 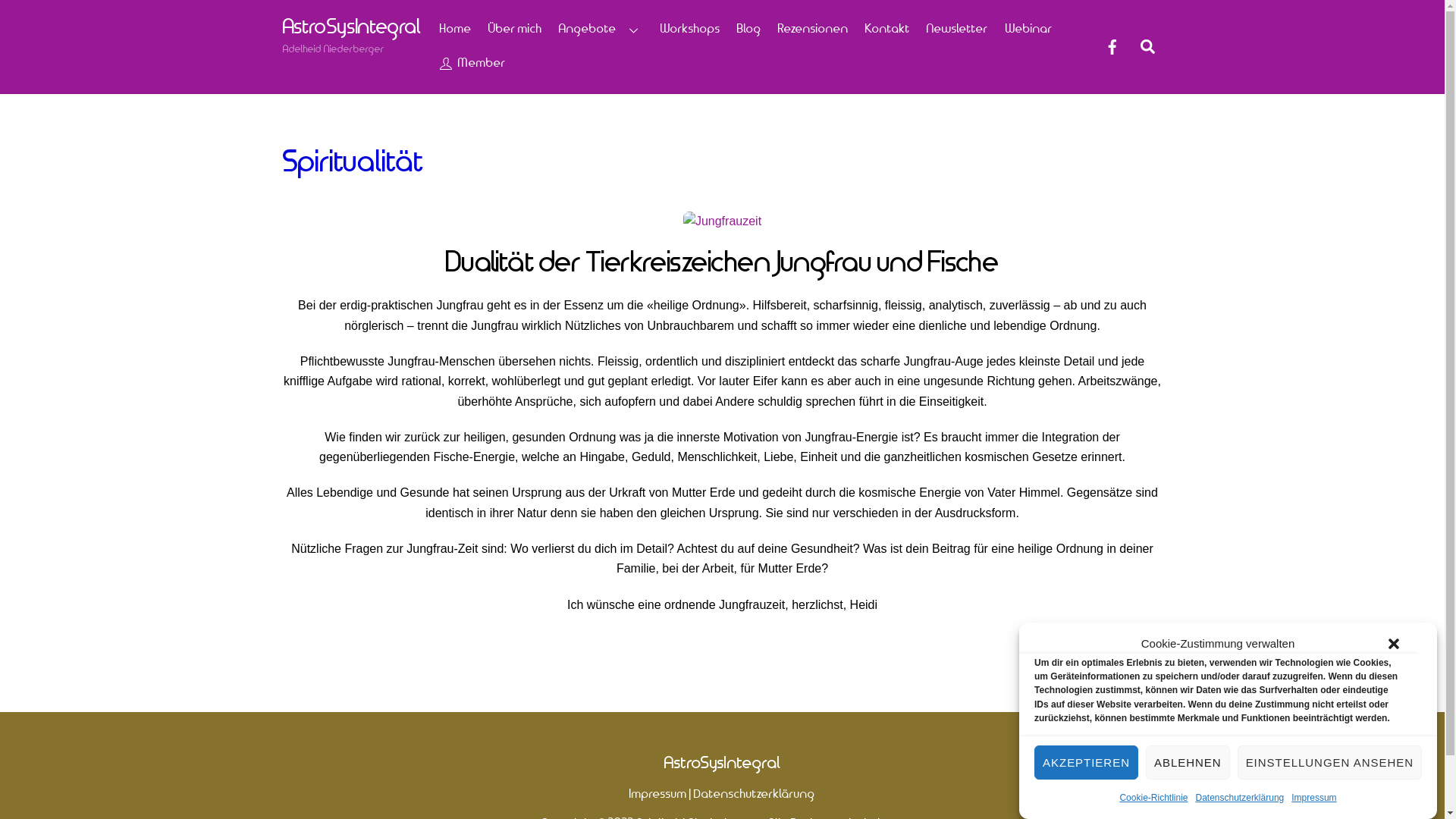 What do you see at coordinates (472, 63) in the screenshot?
I see `'Member'` at bounding box center [472, 63].